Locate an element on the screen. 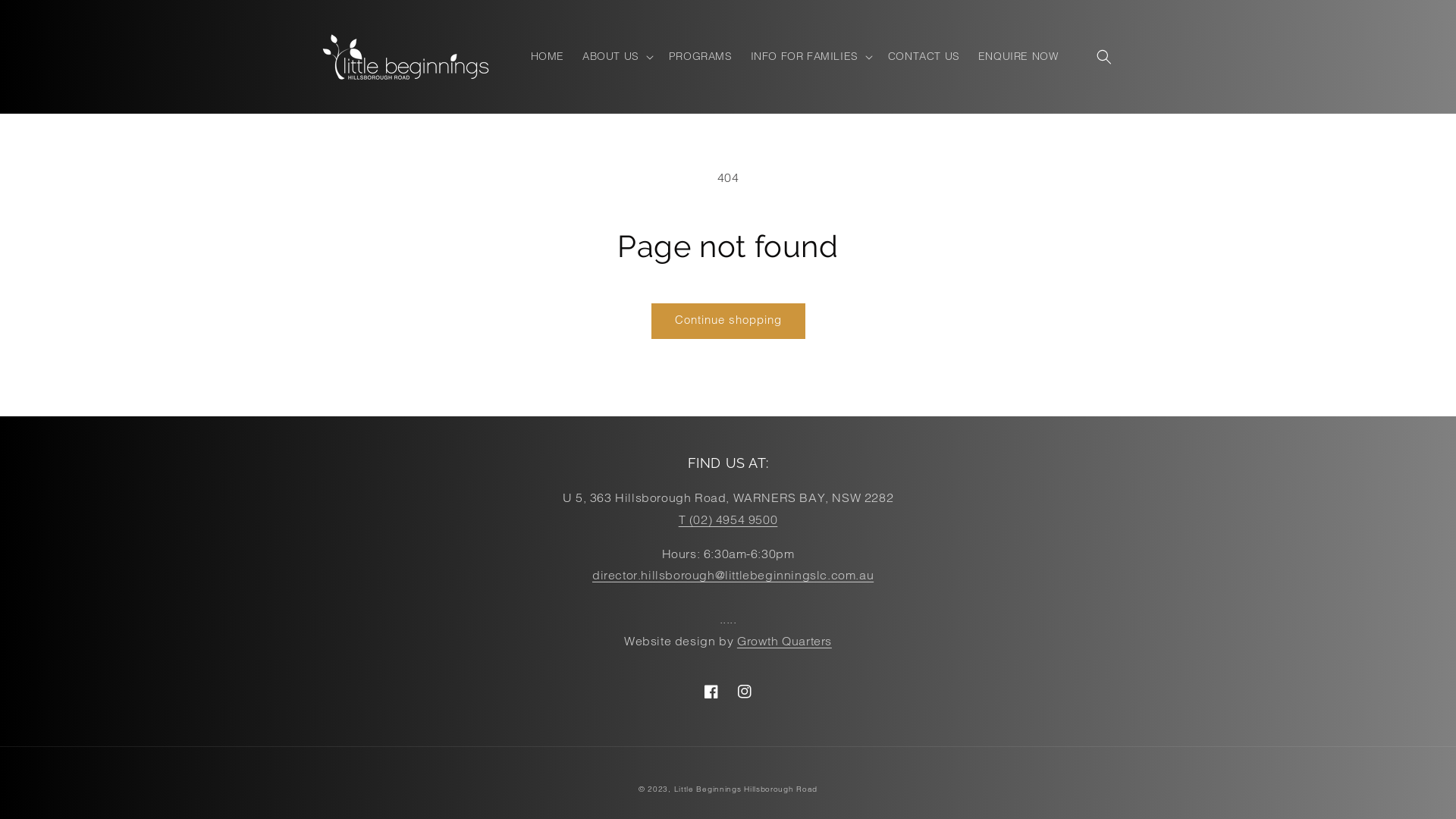 The height and width of the screenshot is (819, 1456). 'Growth Quarters' is located at coordinates (784, 640).